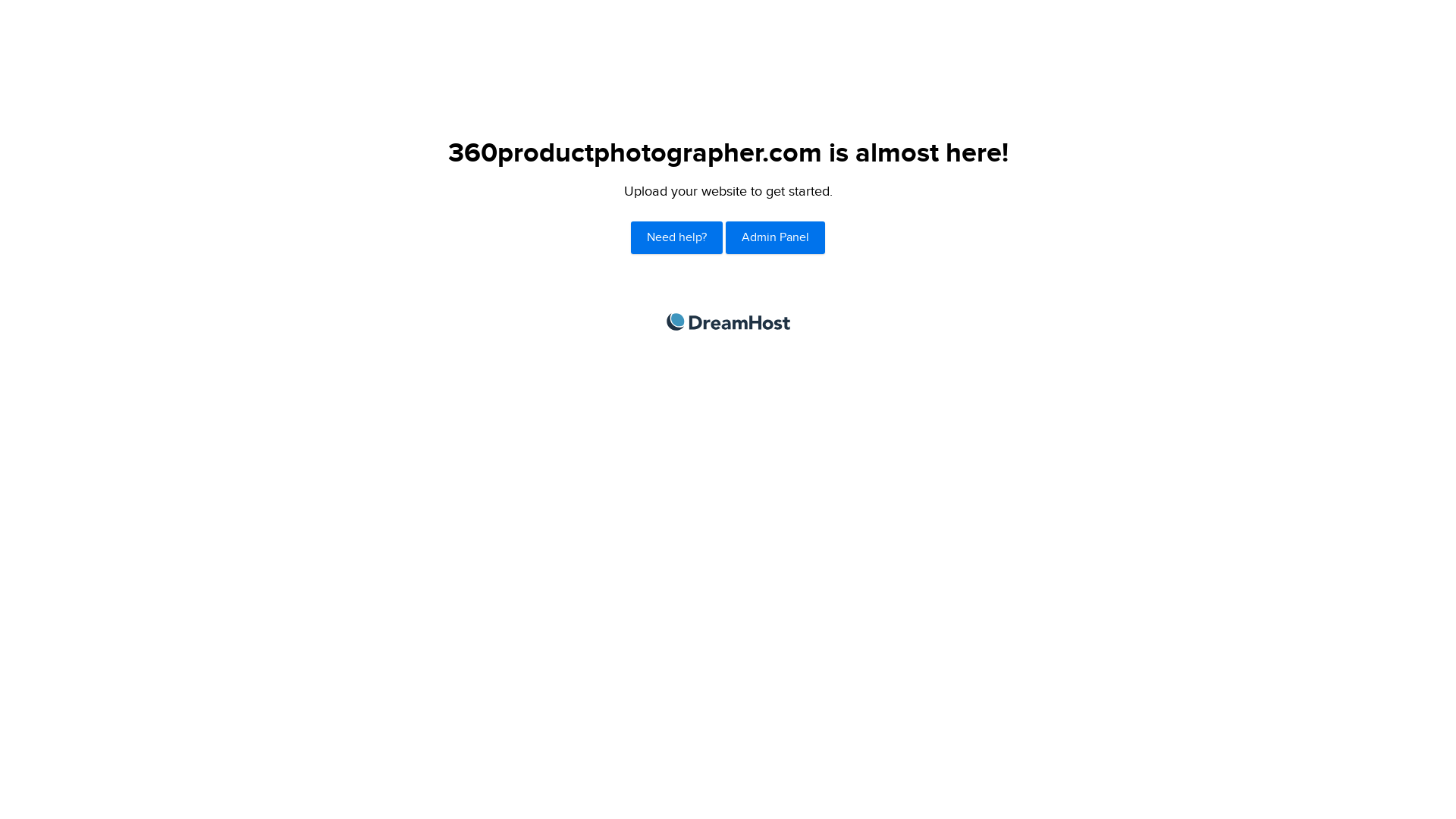 This screenshot has height=819, width=1456. What do you see at coordinates (775, 237) in the screenshot?
I see `'Admin Panel'` at bounding box center [775, 237].